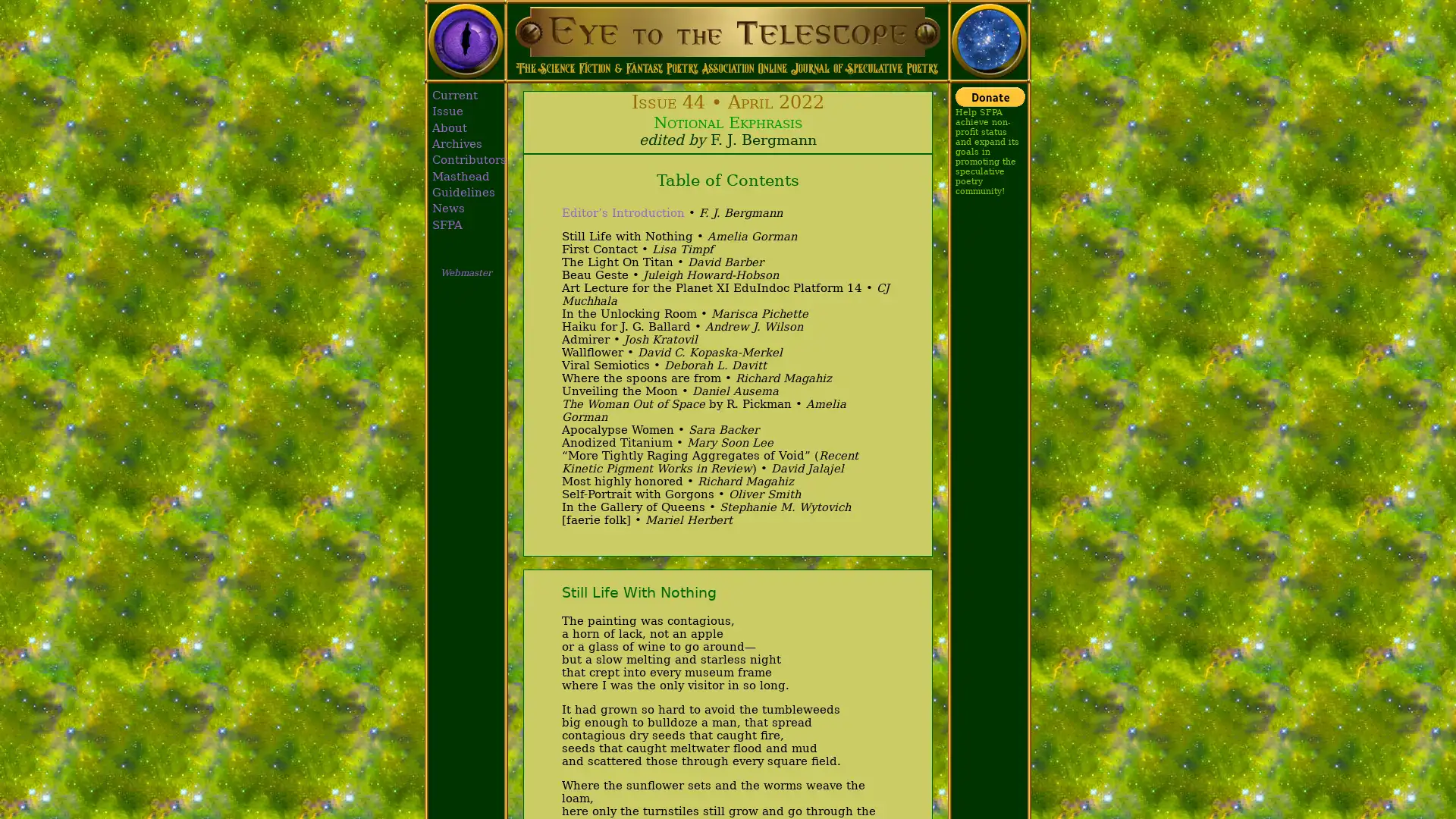  Describe the element at coordinates (990, 96) in the screenshot. I see `Donate with PayPal button` at that location.